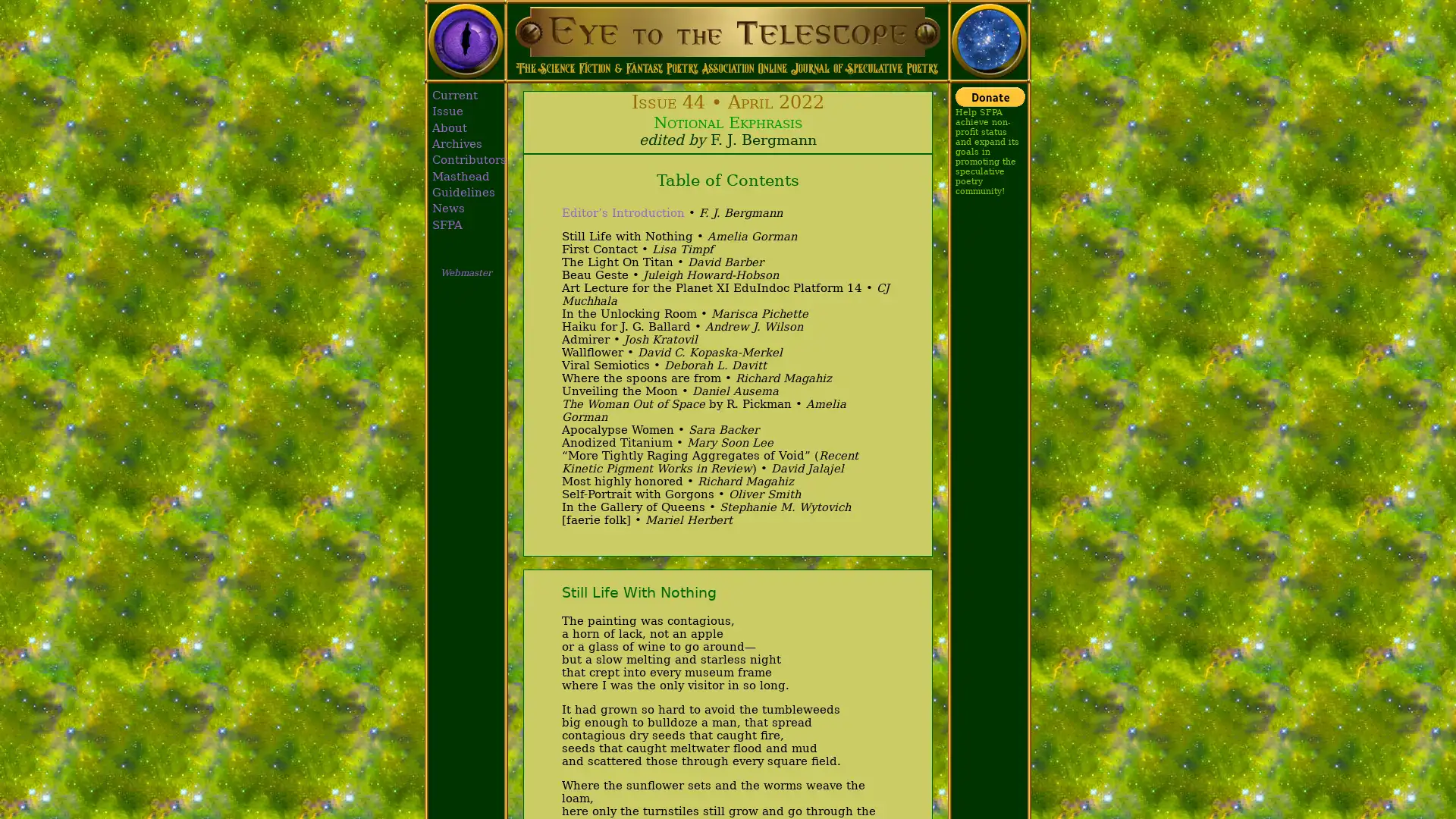  Describe the element at coordinates (990, 96) in the screenshot. I see `Donate with PayPal button` at that location.